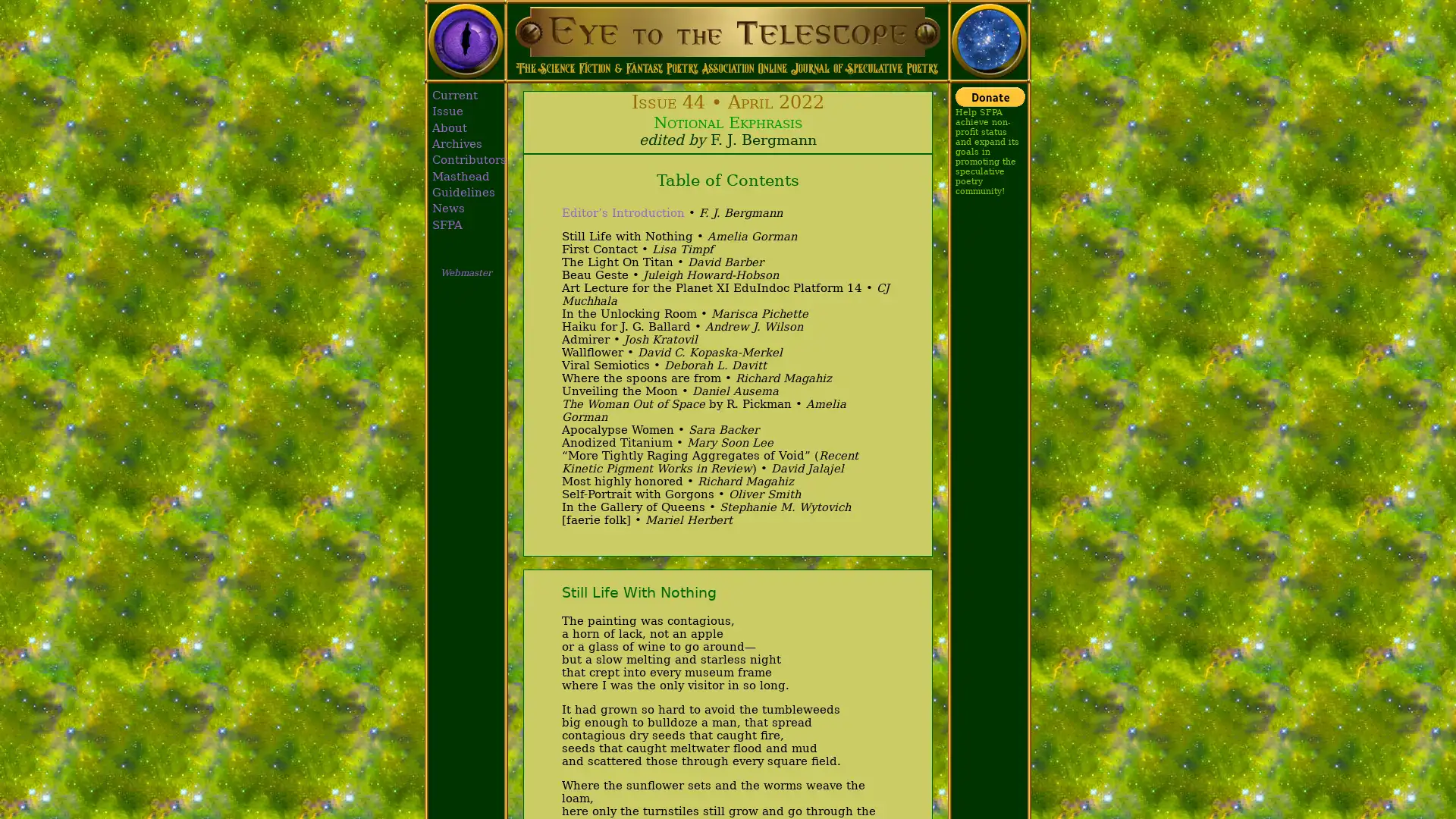  Describe the element at coordinates (990, 96) in the screenshot. I see `Donate with PayPal button` at that location.